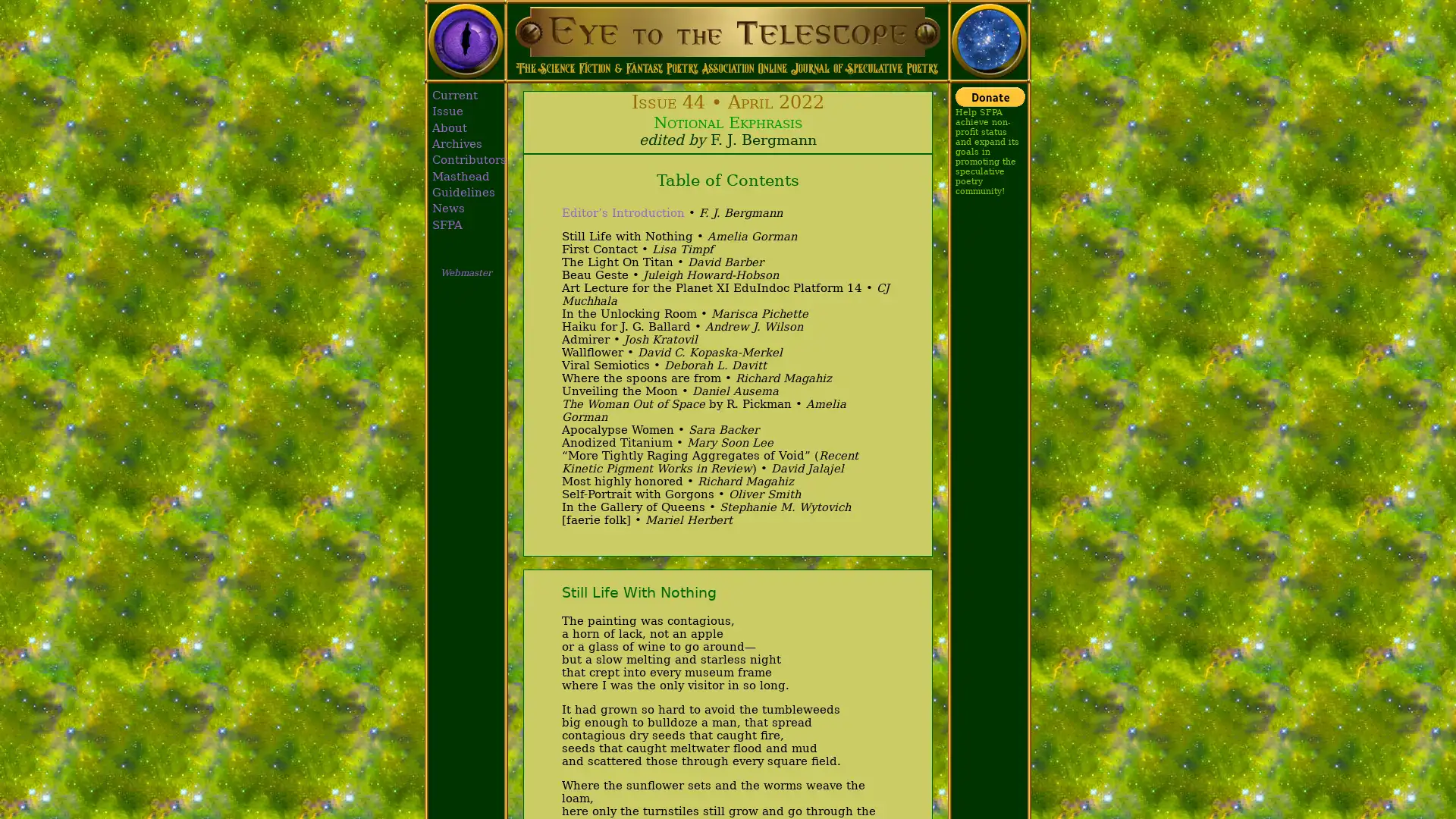  Describe the element at coordinates (990, 96) in the screenshot. I see `Donate with PayPal button` at that location.